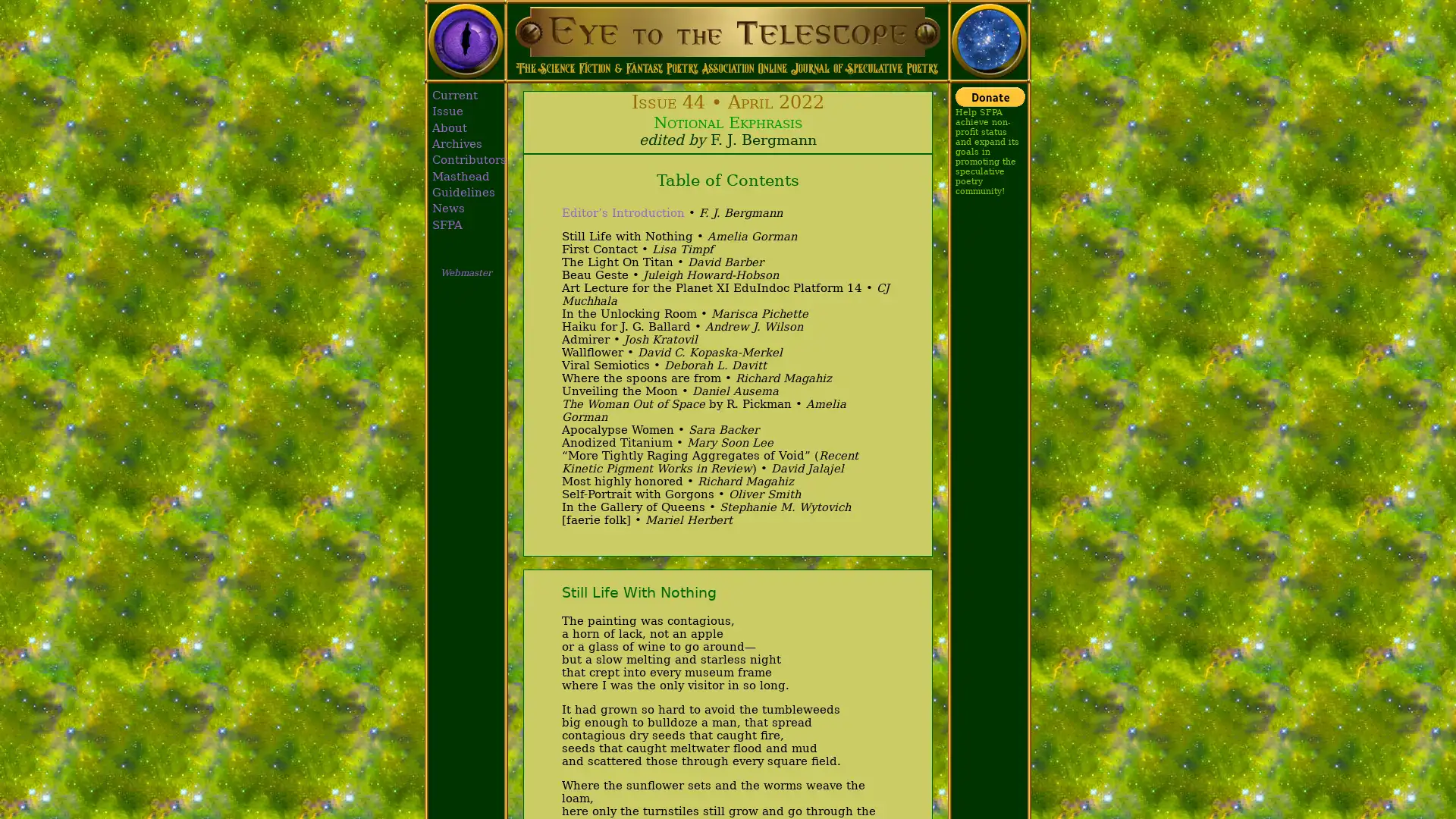  Describe the element at coordinates (990, 96) in the screenshot. I see `Donate with PayPal button` at that location.